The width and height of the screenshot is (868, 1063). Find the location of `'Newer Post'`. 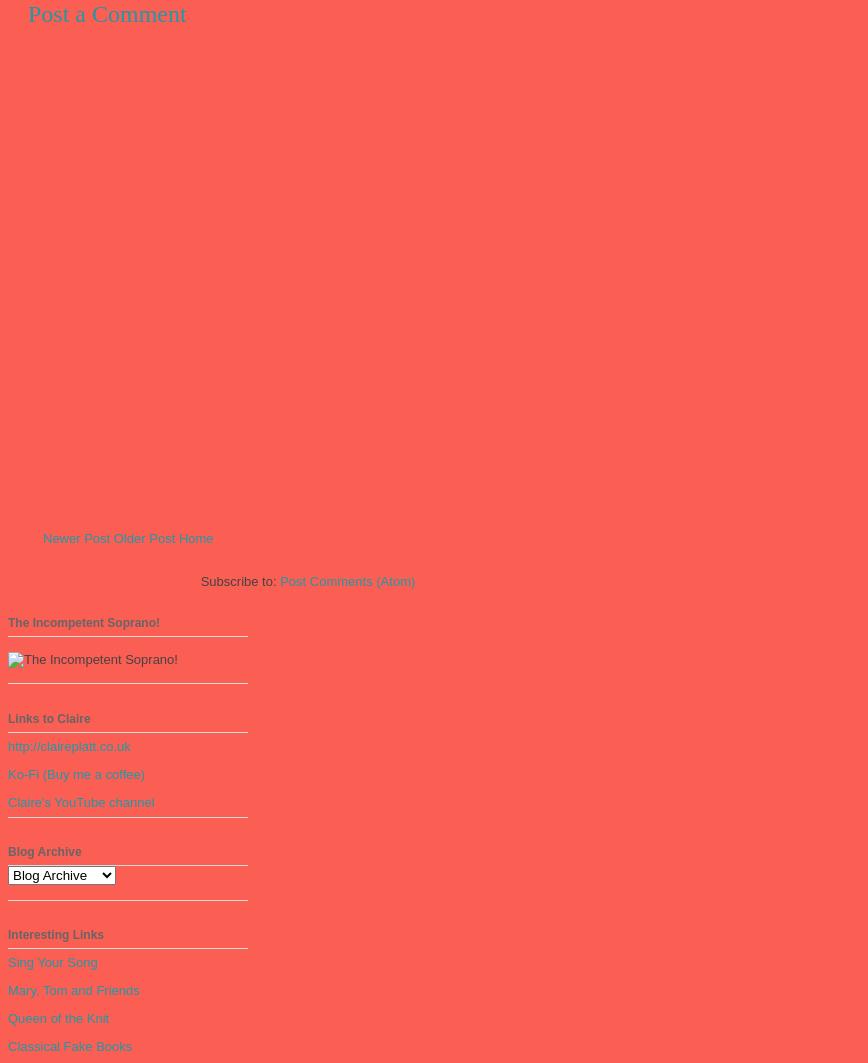

'Newer Post' is located at coordinates (42, 537).